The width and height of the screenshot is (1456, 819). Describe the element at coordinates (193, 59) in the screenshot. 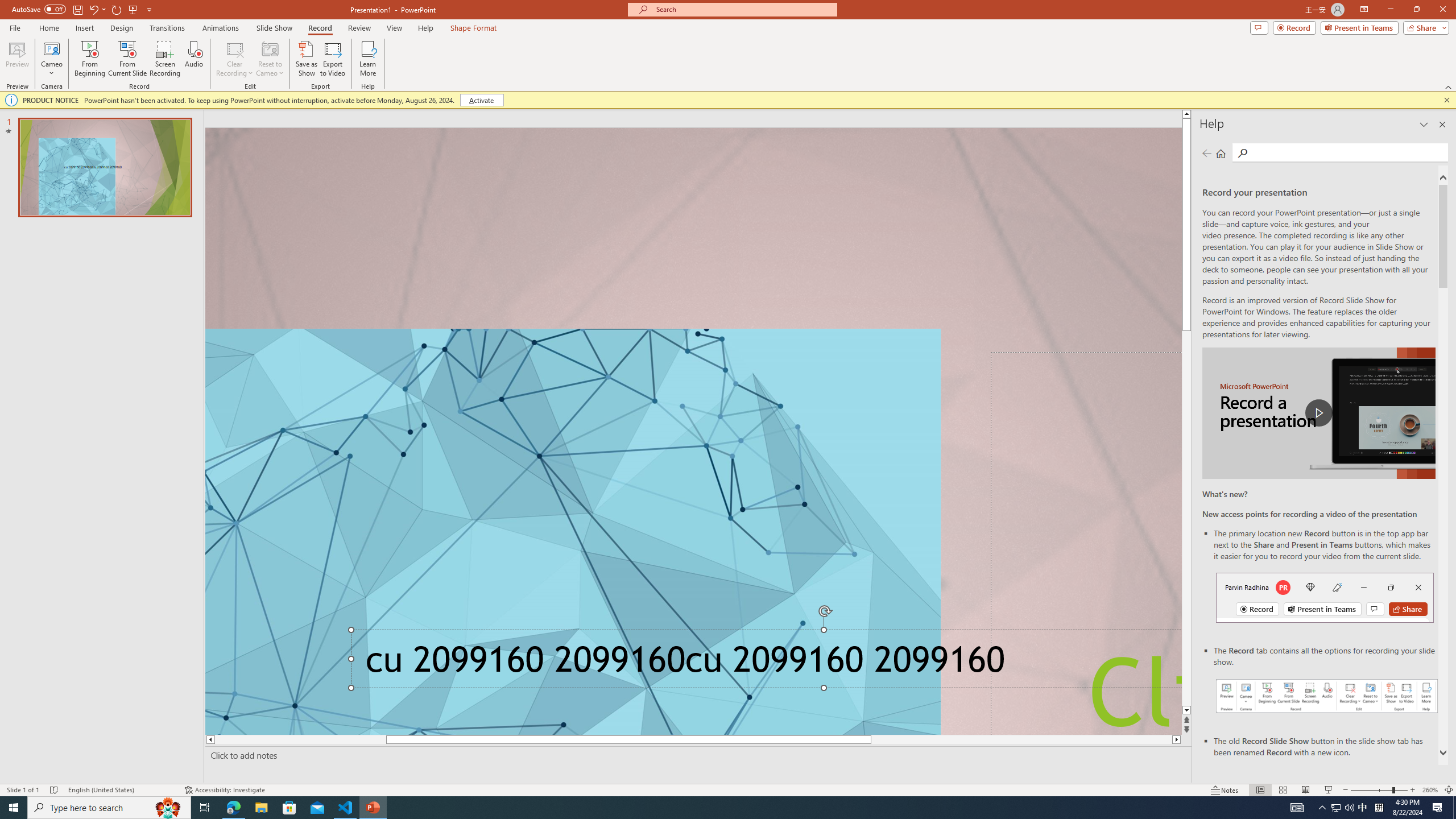

I see `'Audio'` at that location.